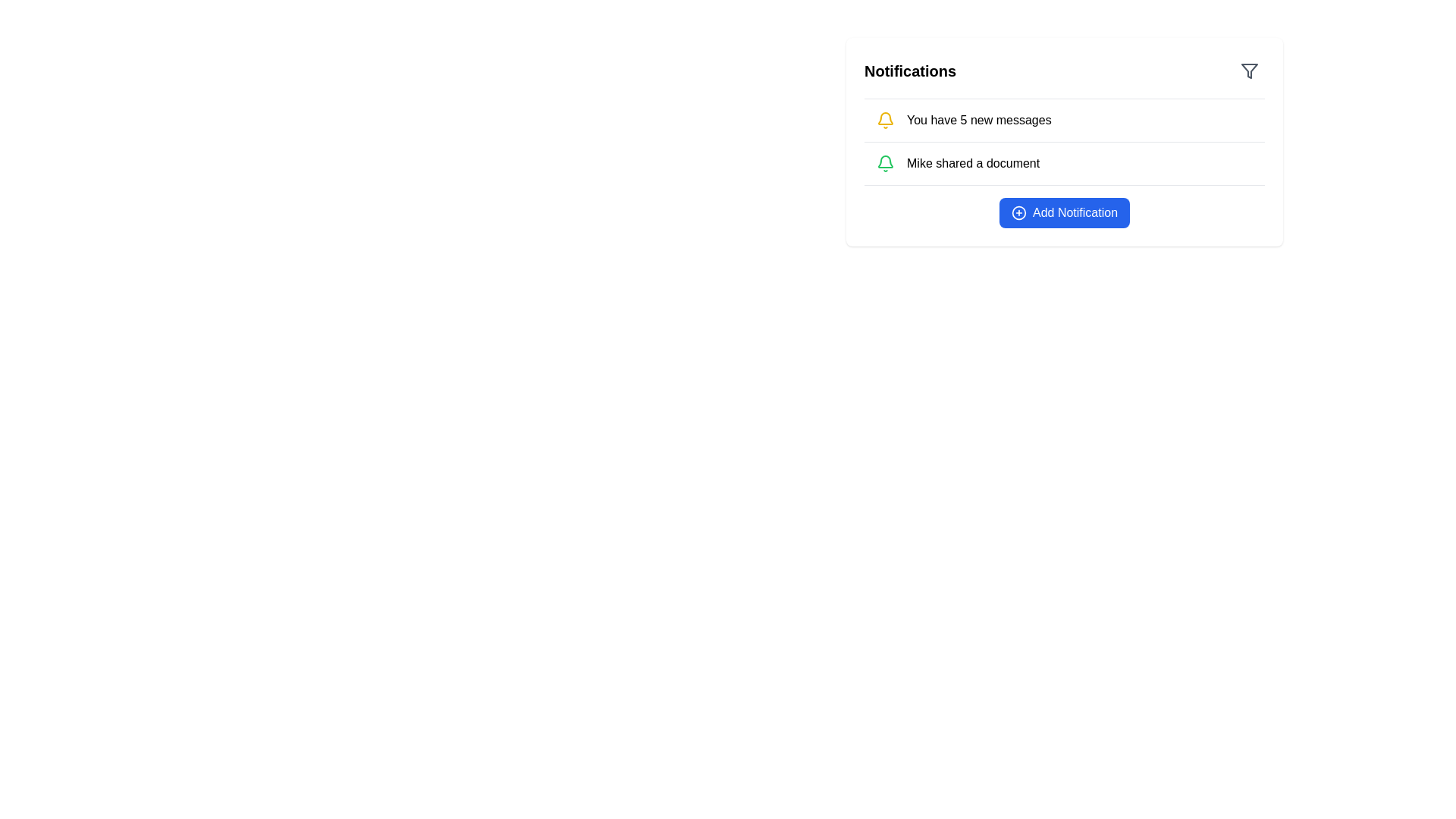 This screenshot has height=819, width=1456. I want to click on the bell icon located to the left of the text description 'Mike shared a document' in the notification list, so click(885, 164).